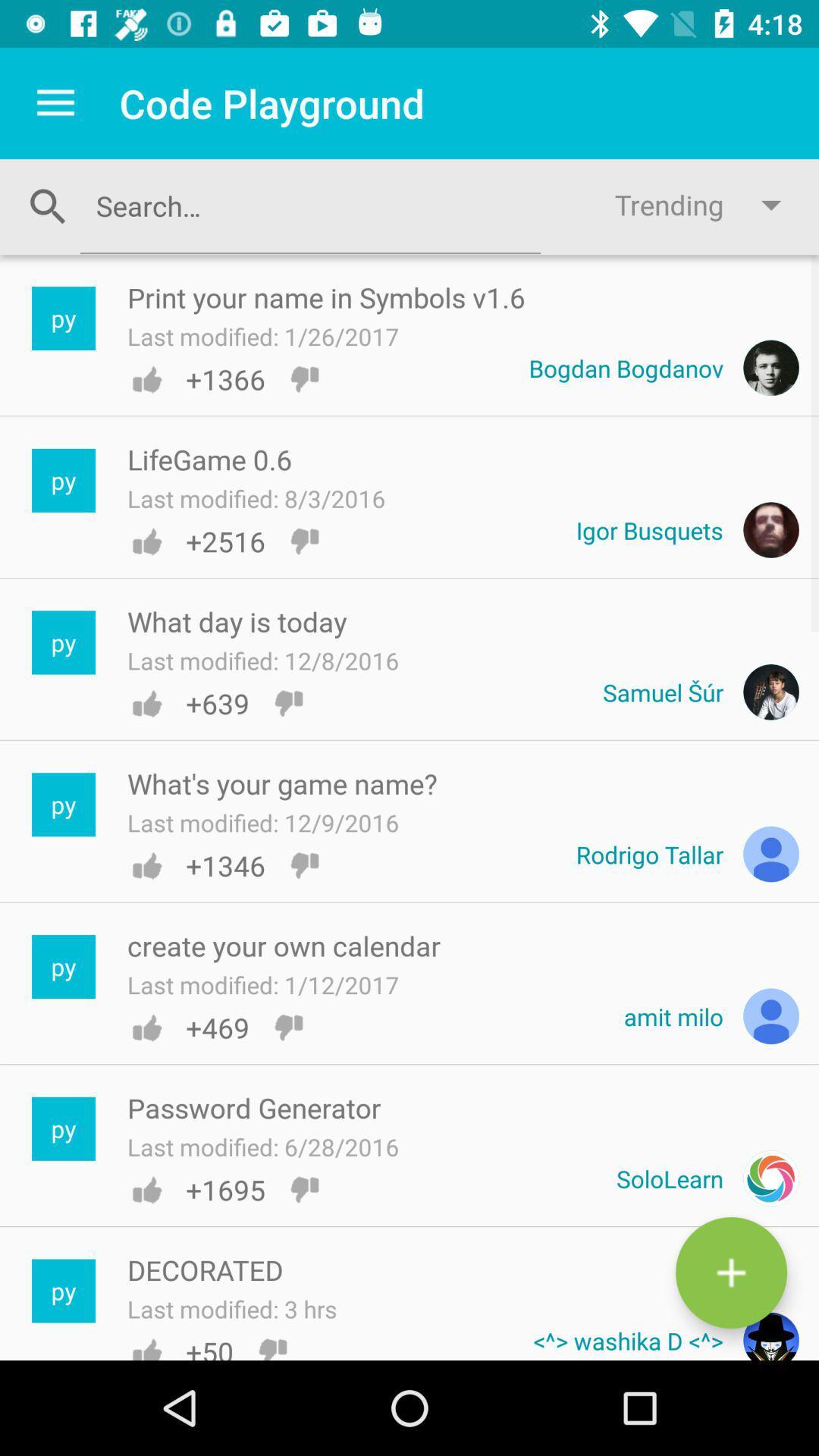 The height and width of the screenshot is (1456, 819). I want to click on symbol, so click(730, 1272).